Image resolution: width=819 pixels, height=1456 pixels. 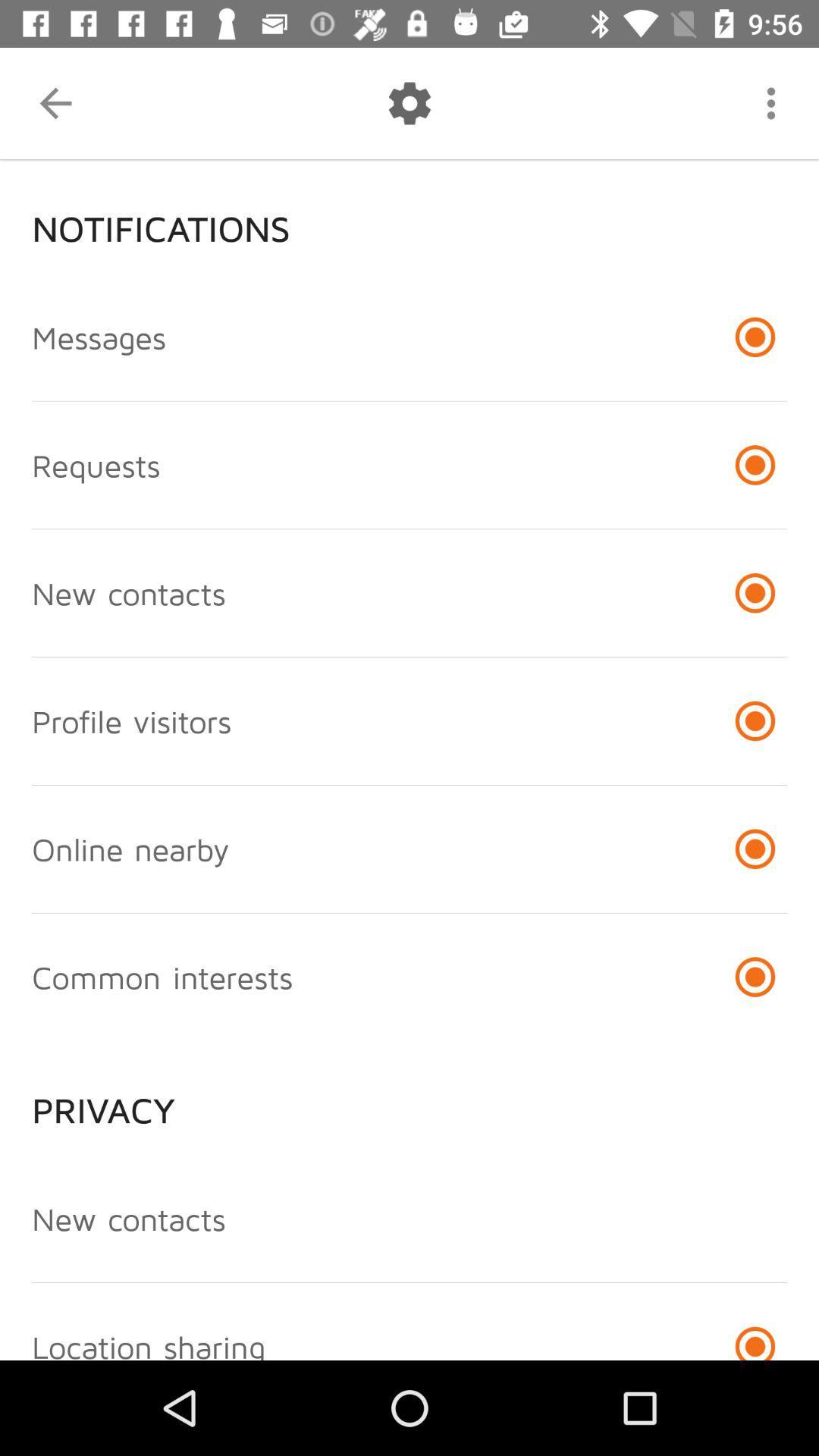 What do you see at coordinates (409, 215) in the screenshot?
I see `the notifications item` at bounding box center [409, 215].